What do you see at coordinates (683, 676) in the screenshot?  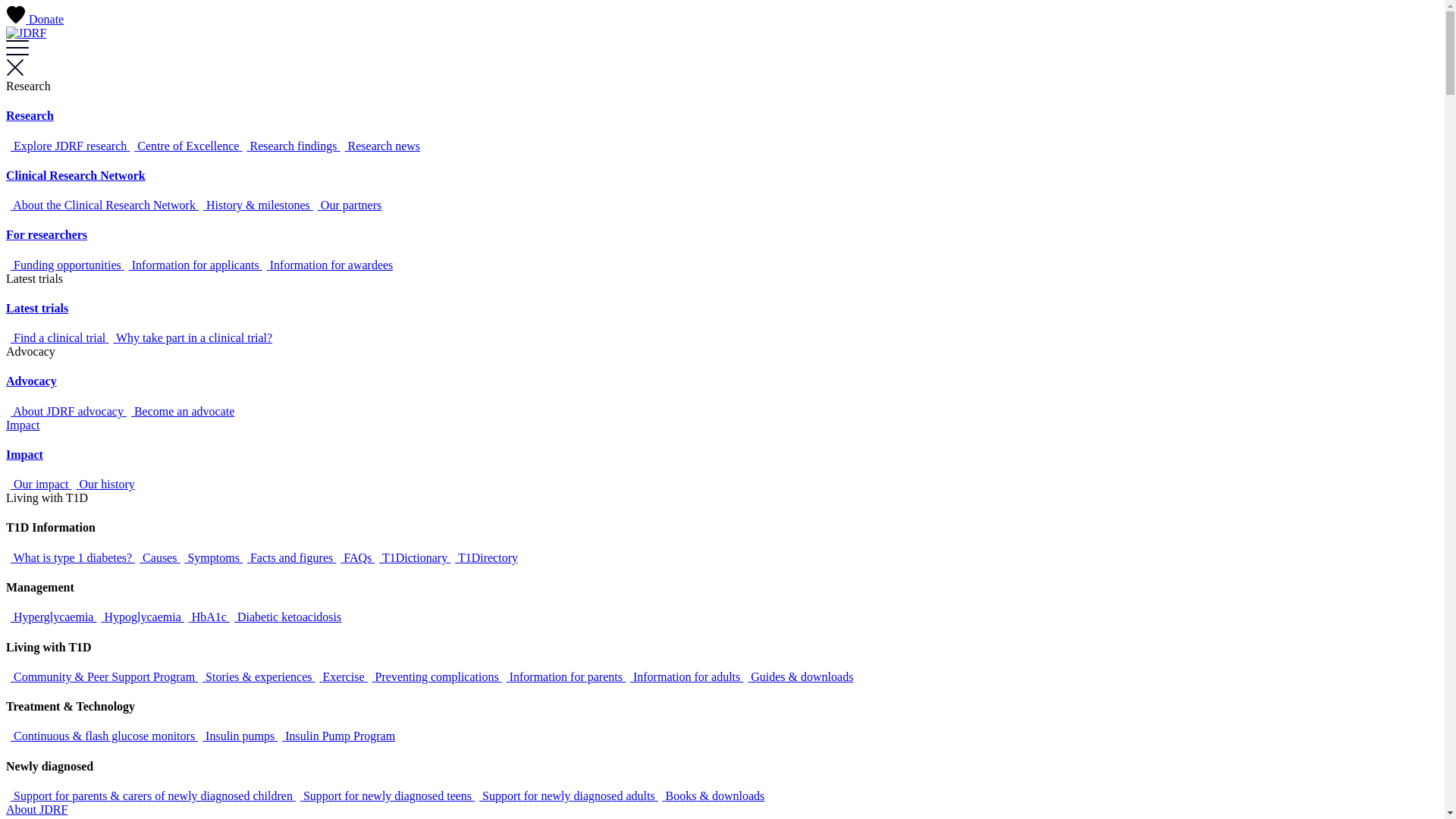 I see `'Information for adults'` at bounding box center [683, 676].